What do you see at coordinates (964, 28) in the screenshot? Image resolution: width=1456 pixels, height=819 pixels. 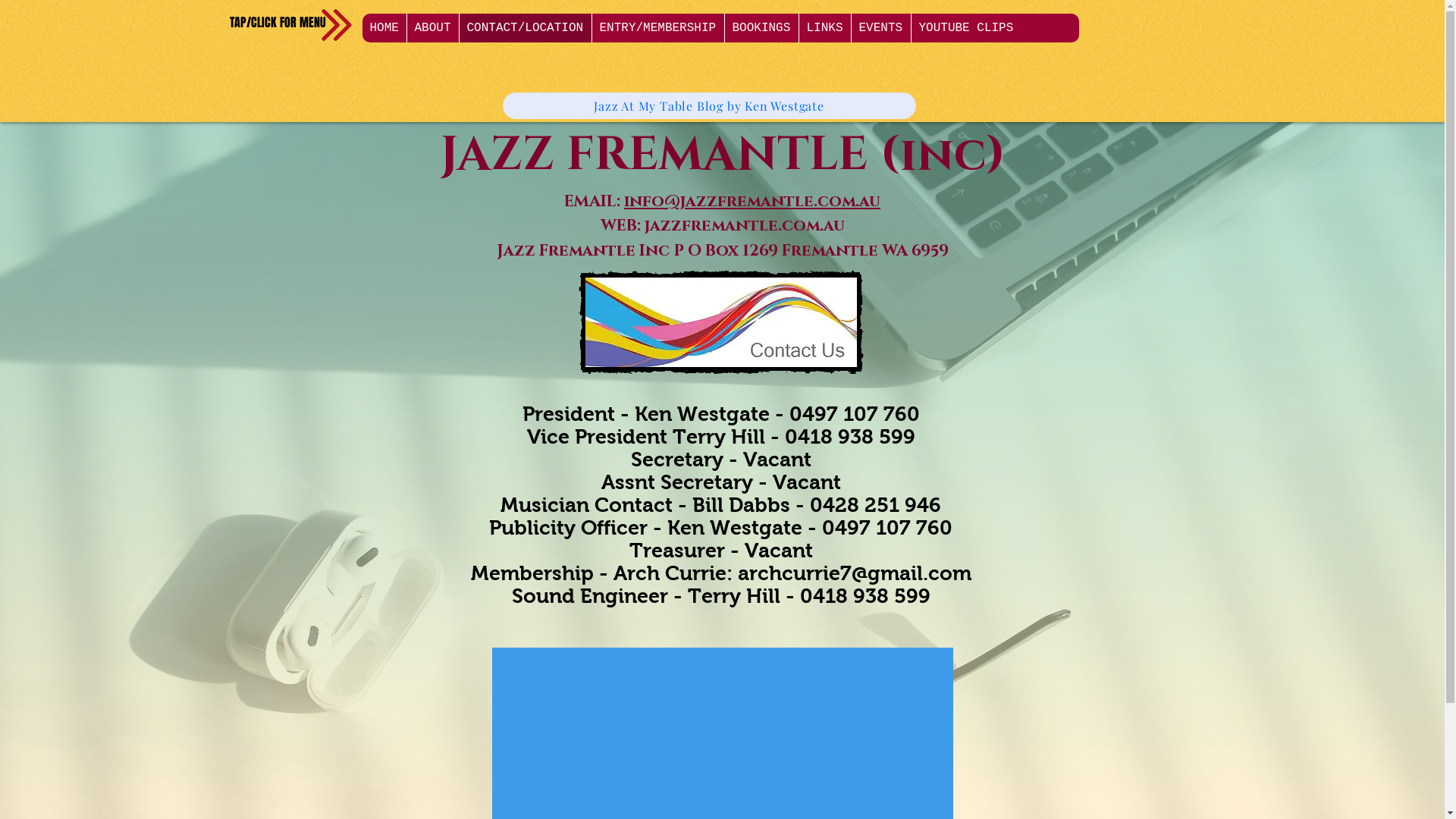 I see `'YOUTUBE CLIPS'` at bounding box center [964, 28].